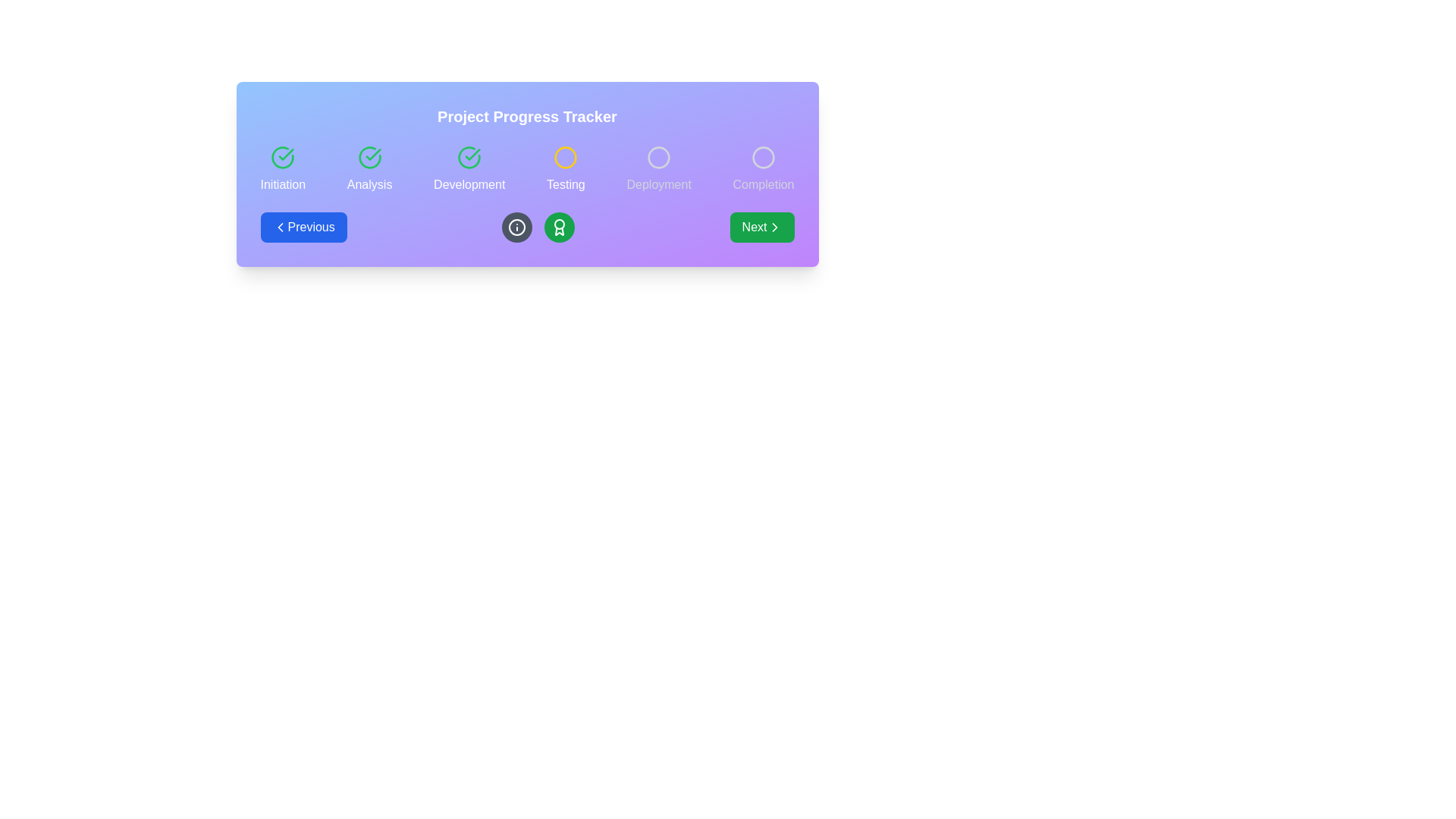 The width and height of the screenshot is (1456, 819). What do you see at coordinates (517, 227) in the screenshot?
I see `the information icon located near the lower middle of the interface, which is the second icon from the left in its group` at bounding box center [517, 227].